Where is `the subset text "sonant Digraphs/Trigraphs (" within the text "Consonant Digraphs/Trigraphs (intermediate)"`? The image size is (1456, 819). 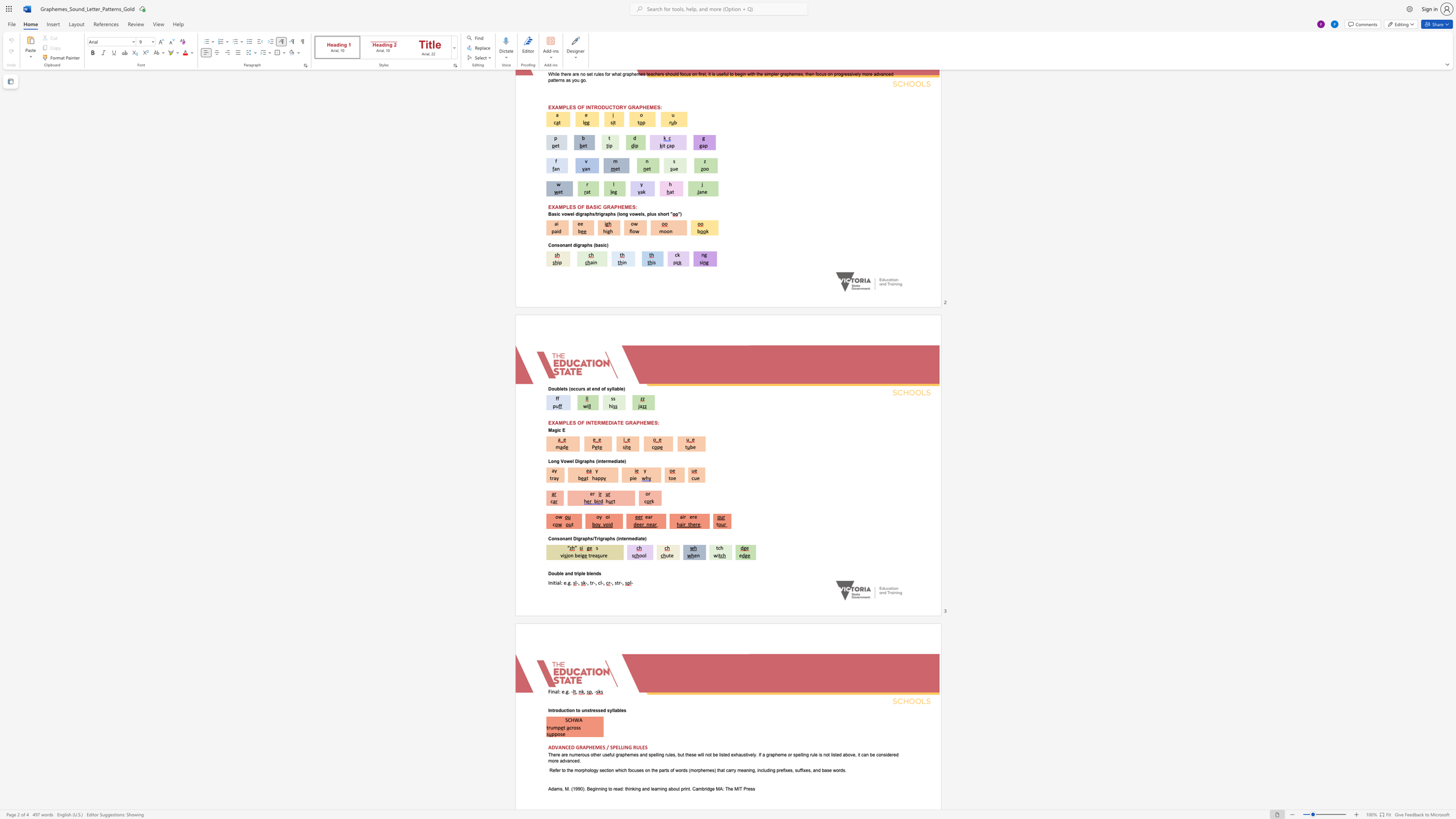
the subset text "sonant Digraphs/Trigraphs (" within the text "Consonant Digraphs/Trigraphs (intermediate)" is located at coordinates (557, 538).